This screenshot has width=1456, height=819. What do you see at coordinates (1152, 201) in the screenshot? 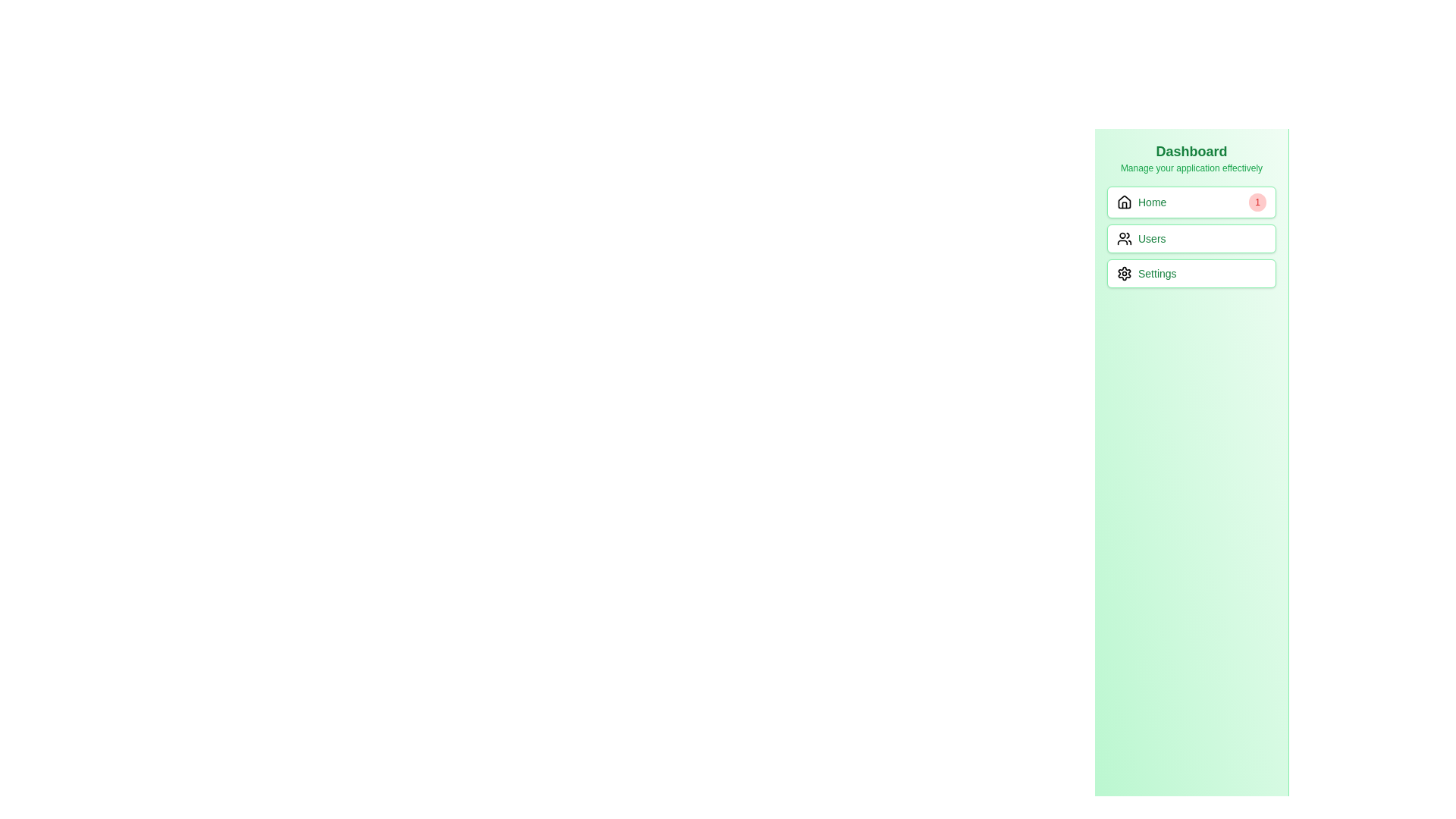
I see `'Home' label indicating the main section of the navigation menu, positioned to the right of the house-shaped icon` at bounding box center [1152, 201].